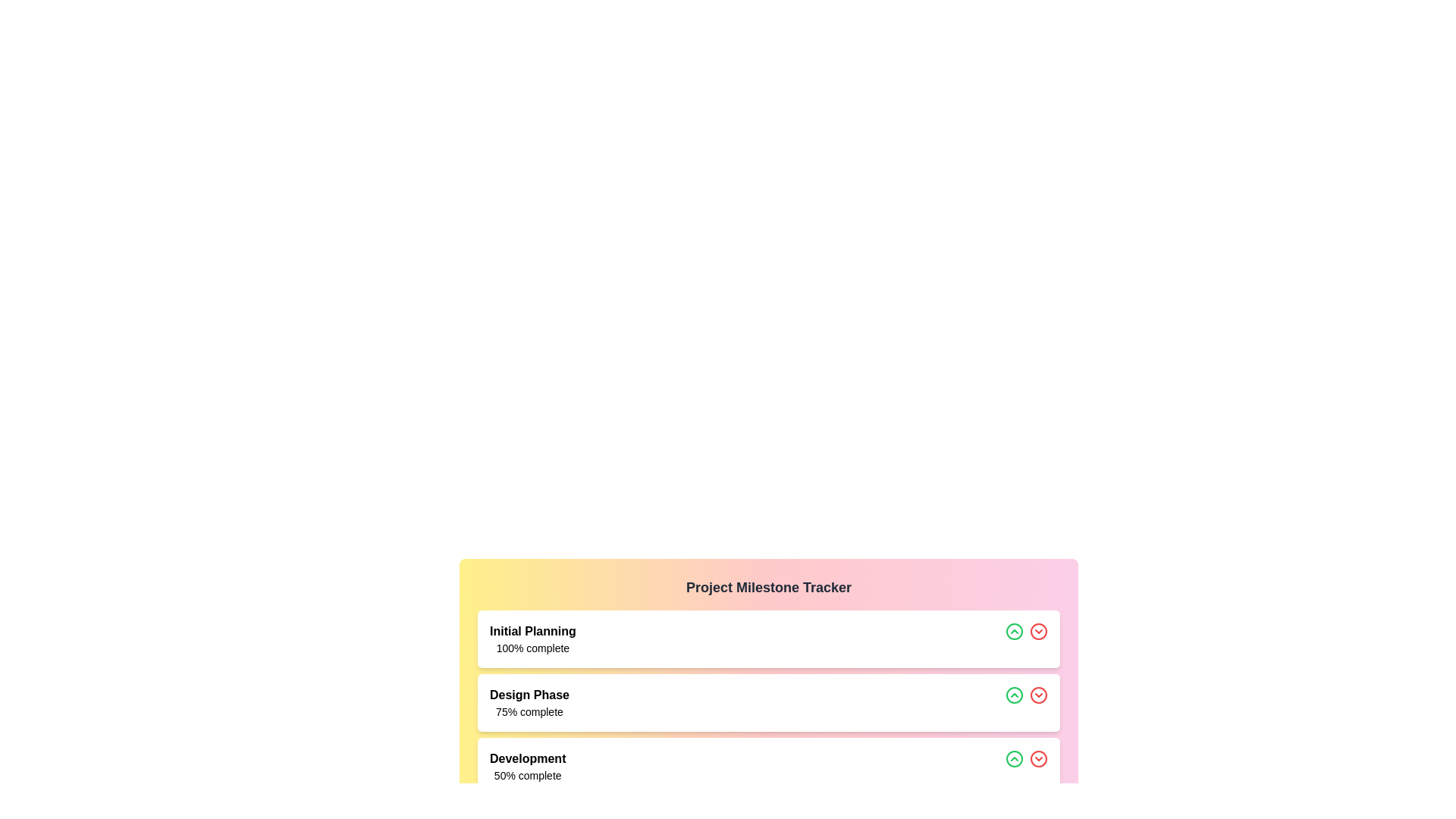  Describe the element at coordinates (1037, 632) in the screenshot. I see `the circular red button with a downward-pointing chevron located in the top-right corner of the second milestone row in the project tracker interface to interact with it` at that location.